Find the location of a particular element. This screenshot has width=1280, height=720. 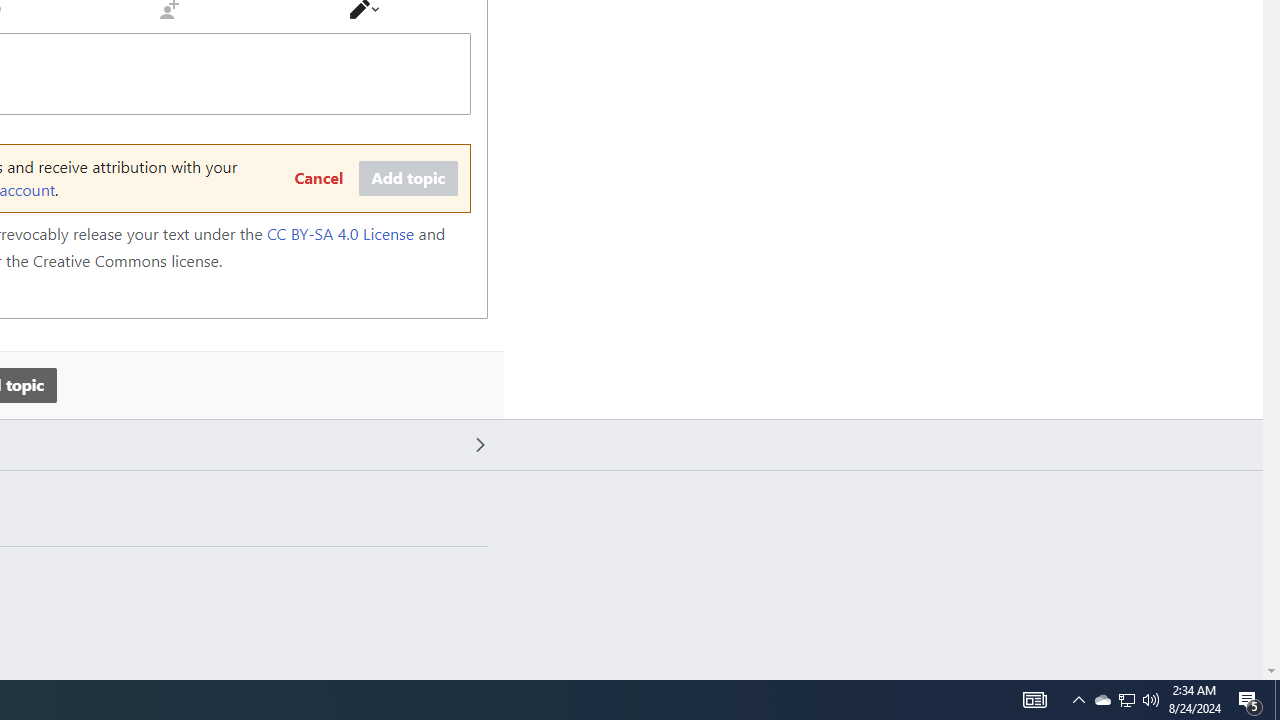

'Cancel' is located at coordinates (317, 178).